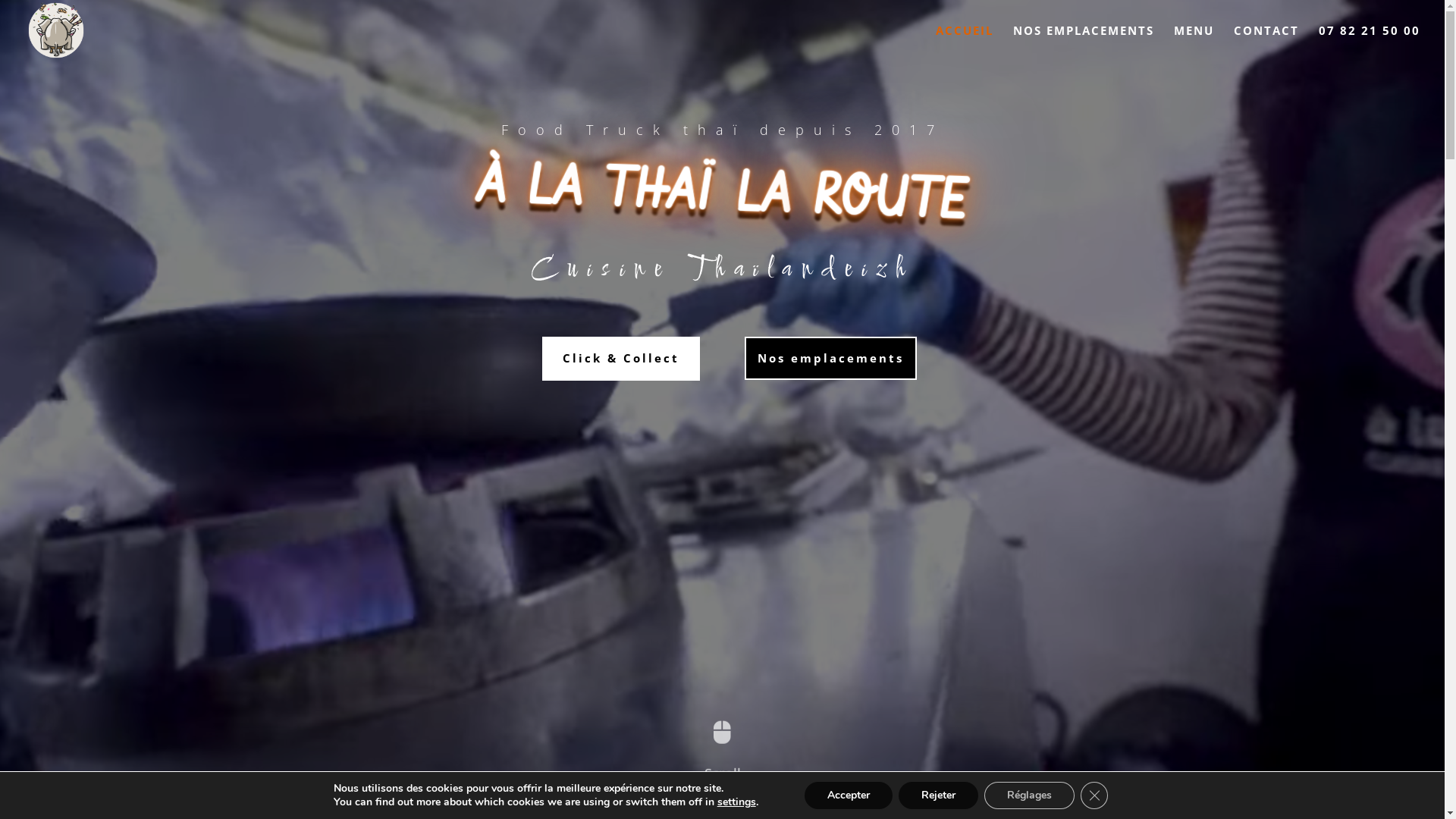  I want to click on 'Nos emplacements', so click(830, 359).